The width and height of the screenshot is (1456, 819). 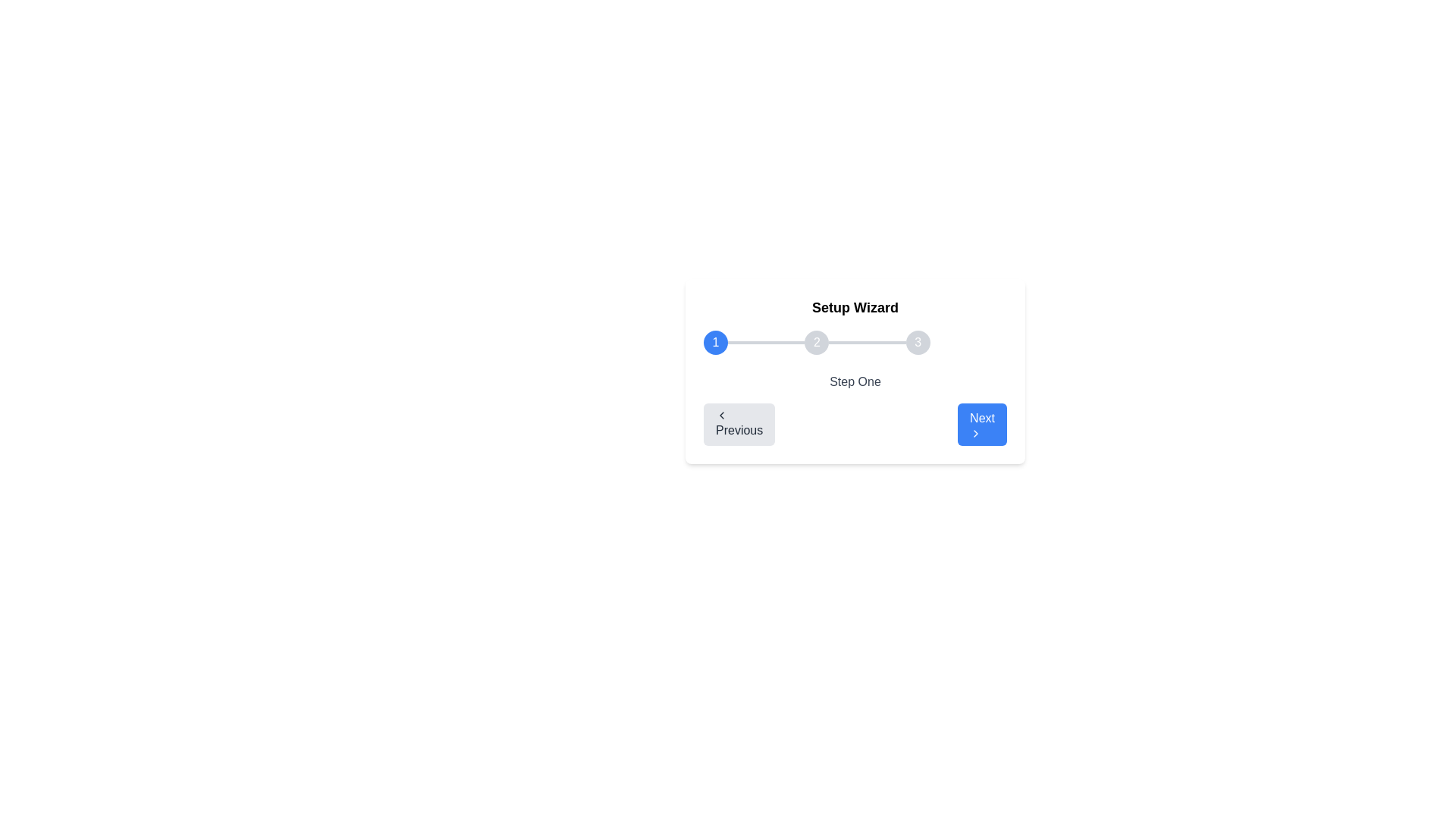 What do you see at coordinates (739, 424) in the screenshot?
I see `the 'Previous' button, which has a light gray background and dark gray text, located in the lower-left corner of the card` at bounding box center [739, 424].